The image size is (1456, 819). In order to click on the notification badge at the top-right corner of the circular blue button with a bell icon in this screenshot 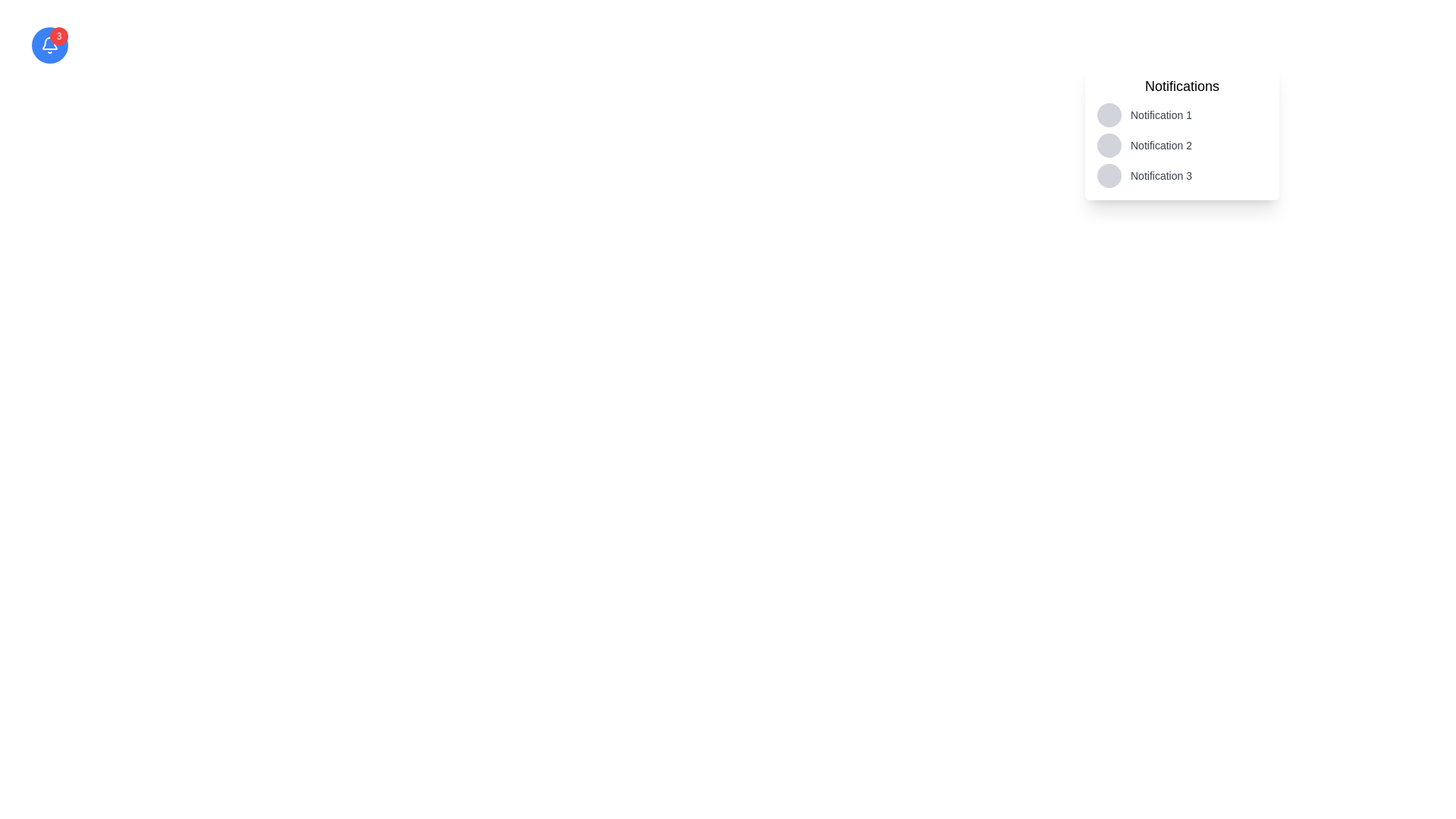, I will do `click(58, 35)`.